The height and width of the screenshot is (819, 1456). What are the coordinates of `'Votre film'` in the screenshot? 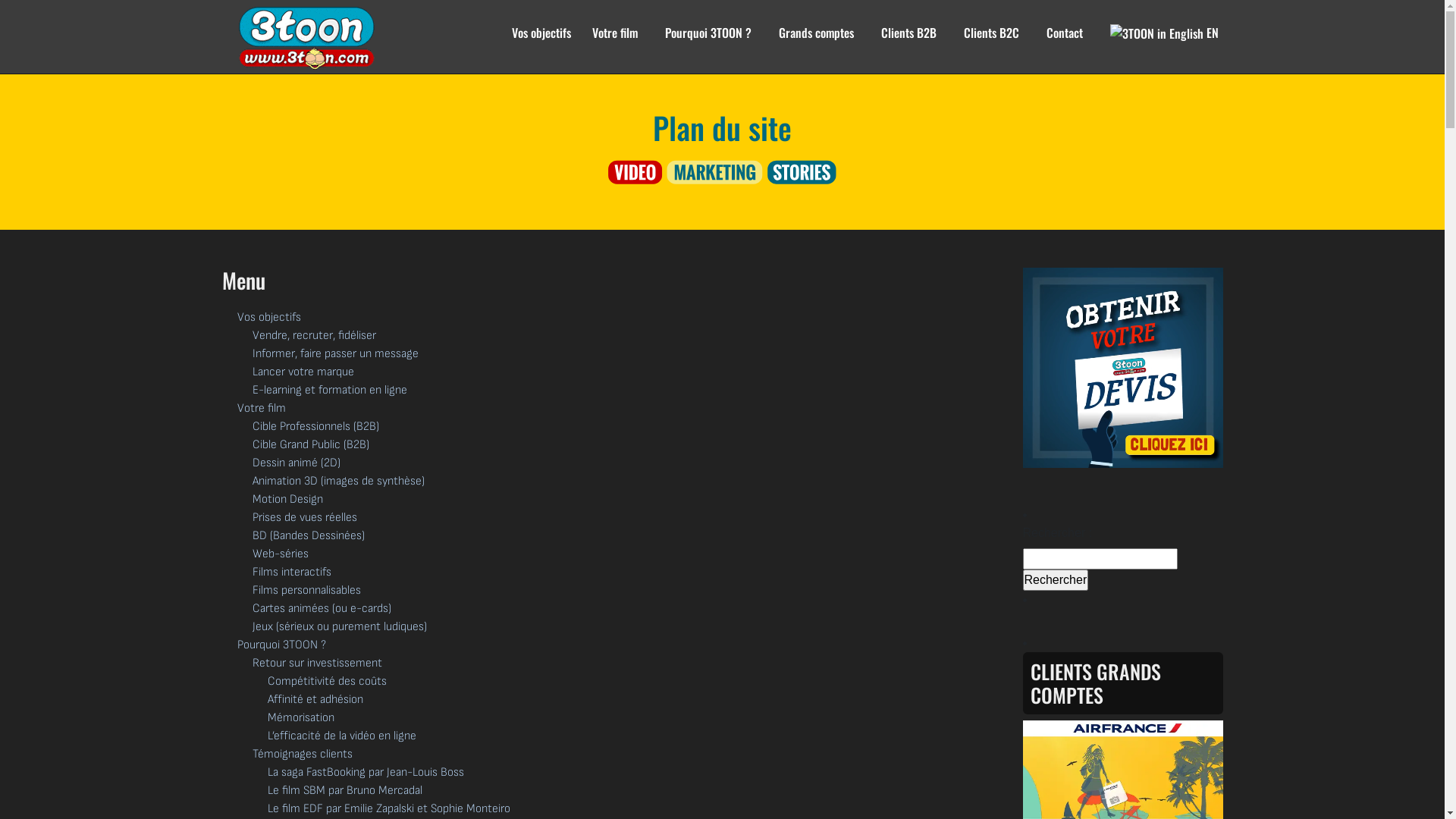 It's located at (614, 41).